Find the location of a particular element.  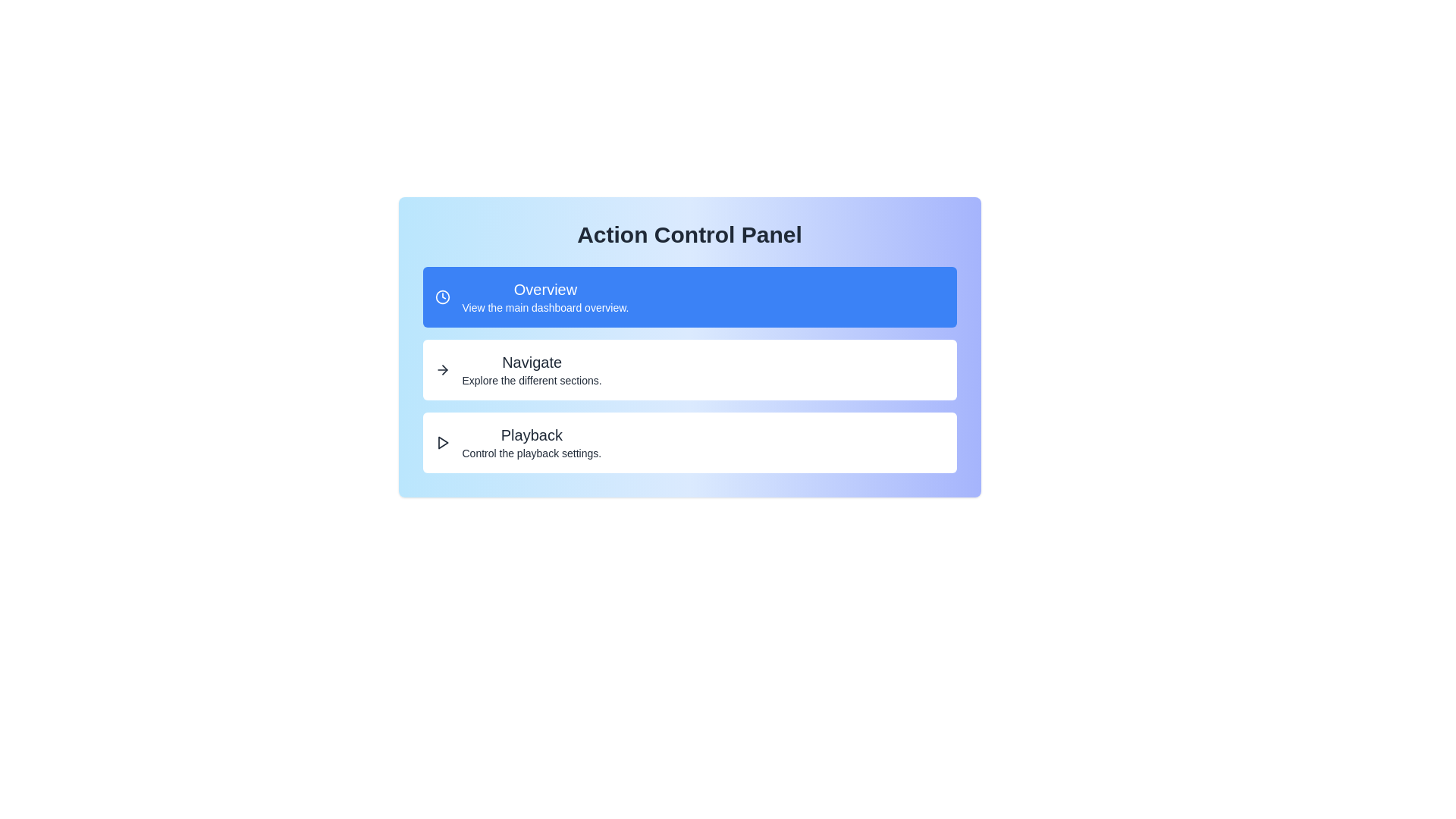

the 'Overview' text display, which is the first item is located at coordinates (545, 297).